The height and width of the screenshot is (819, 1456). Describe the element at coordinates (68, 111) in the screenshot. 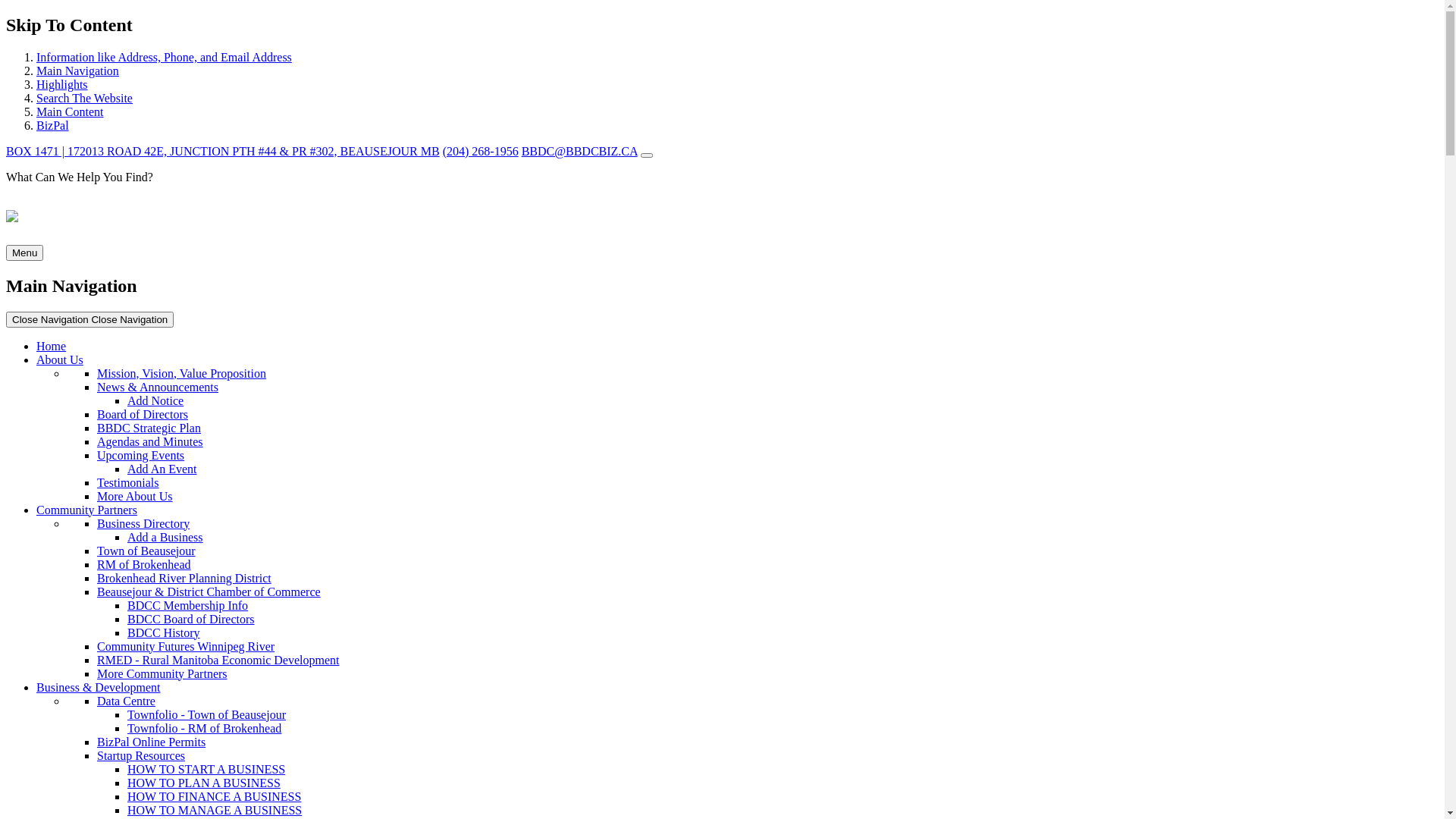

I see `'Main Content'` at that location.